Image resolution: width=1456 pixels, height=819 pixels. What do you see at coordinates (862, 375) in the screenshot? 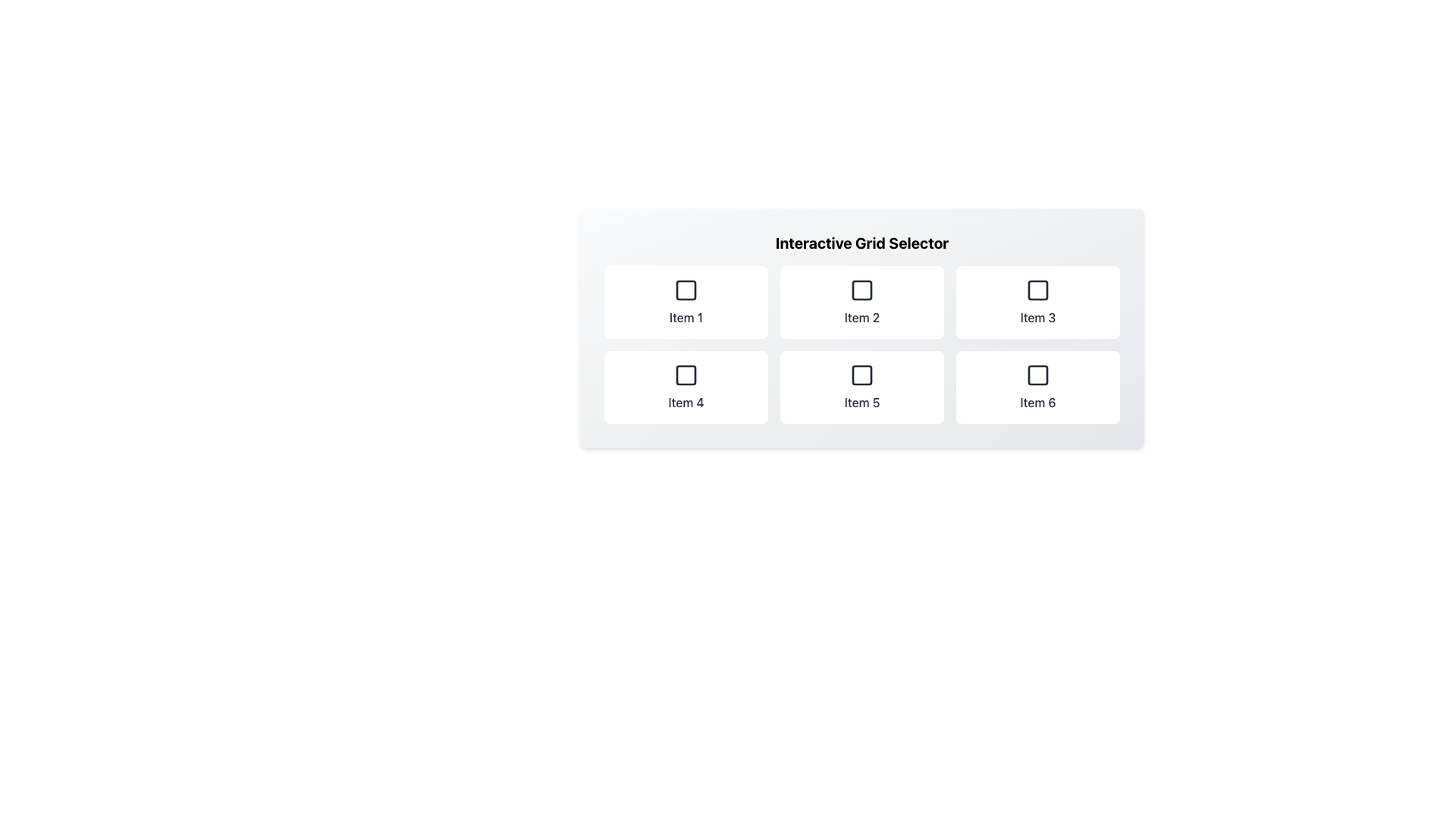
I see `the square outline icon centered within the item box labeled 'Item 5' for selection` at bounding box center [862, 375].